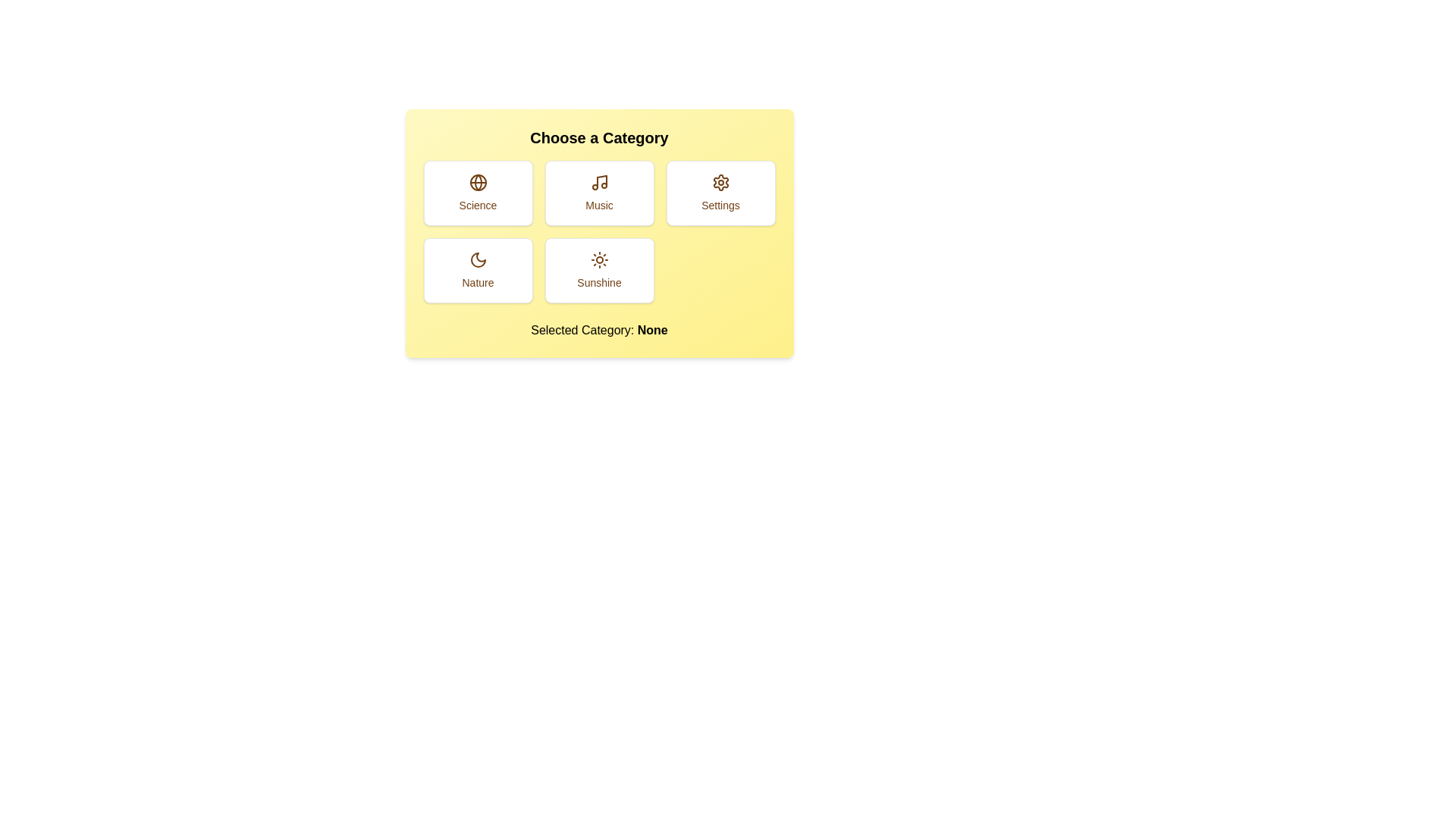  I want to click on the 'Settings' button, which is a rectangular button with rounded edges and a gear icon, so click(720, 192).